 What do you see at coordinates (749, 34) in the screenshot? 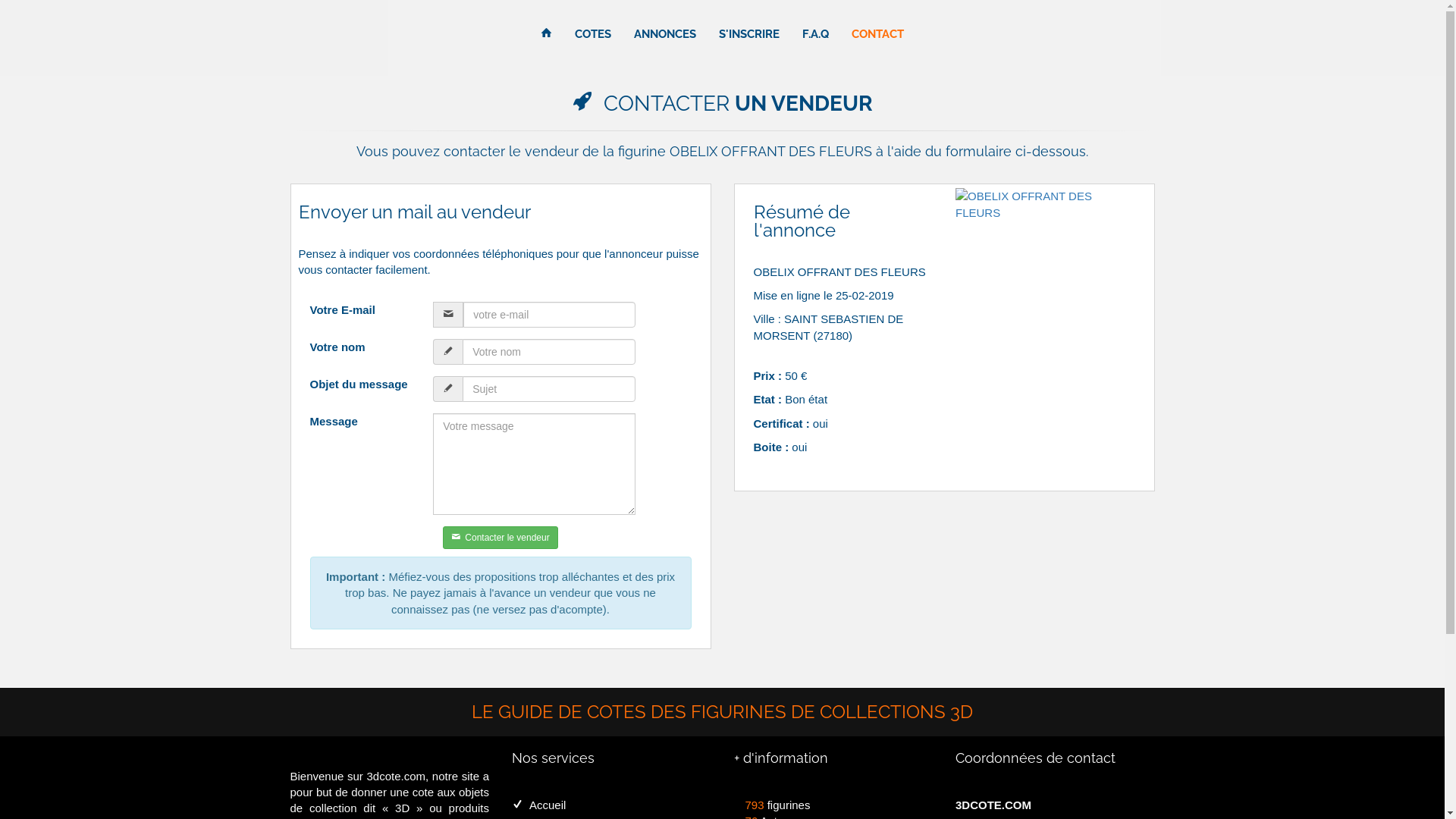
I see `'S'INSCRIRE'` at bounding box center [749, 34].